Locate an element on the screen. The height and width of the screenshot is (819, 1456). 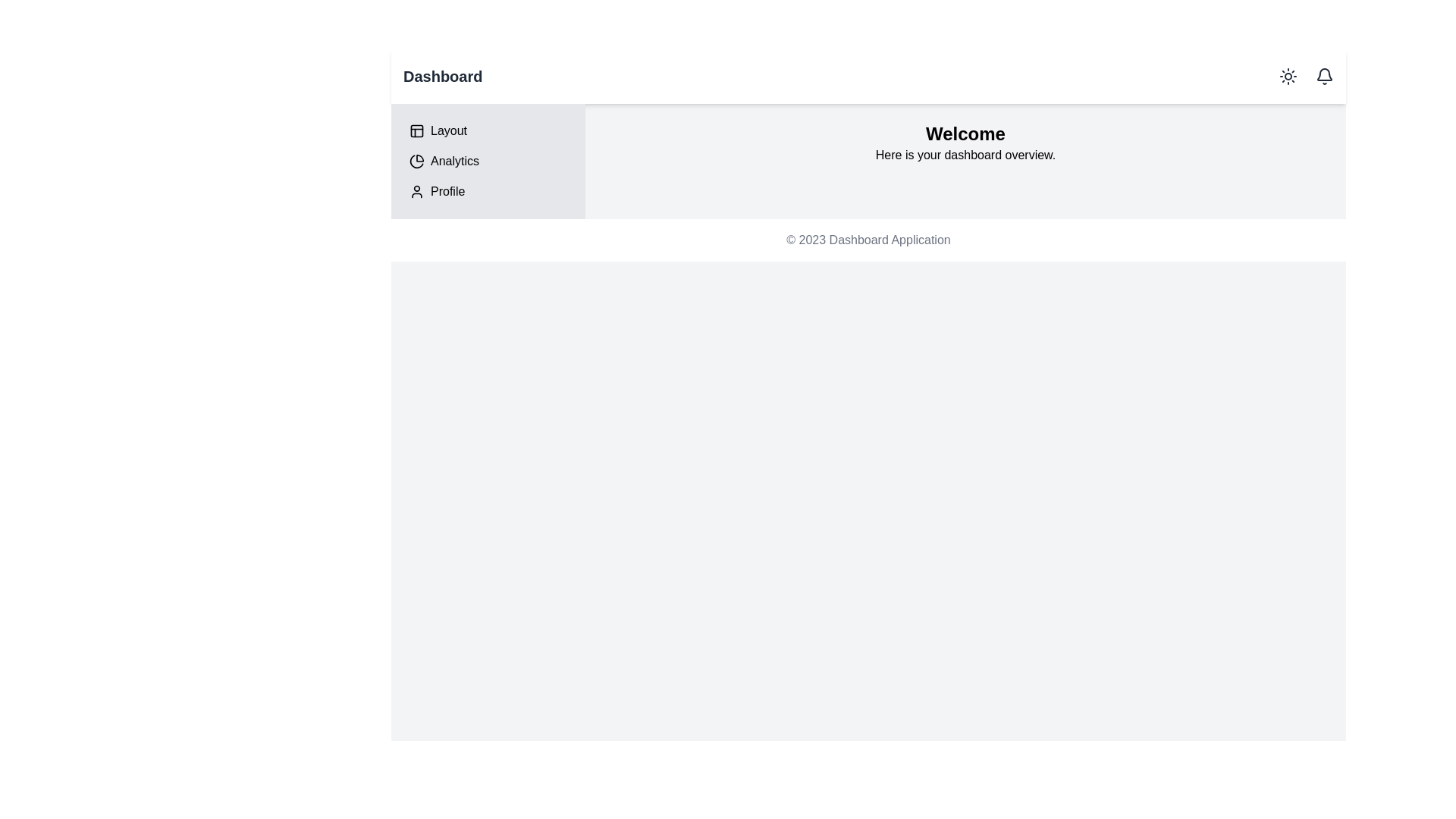
the text label for the profile navigation option, which is the third item is located at coordinates (447, 191).